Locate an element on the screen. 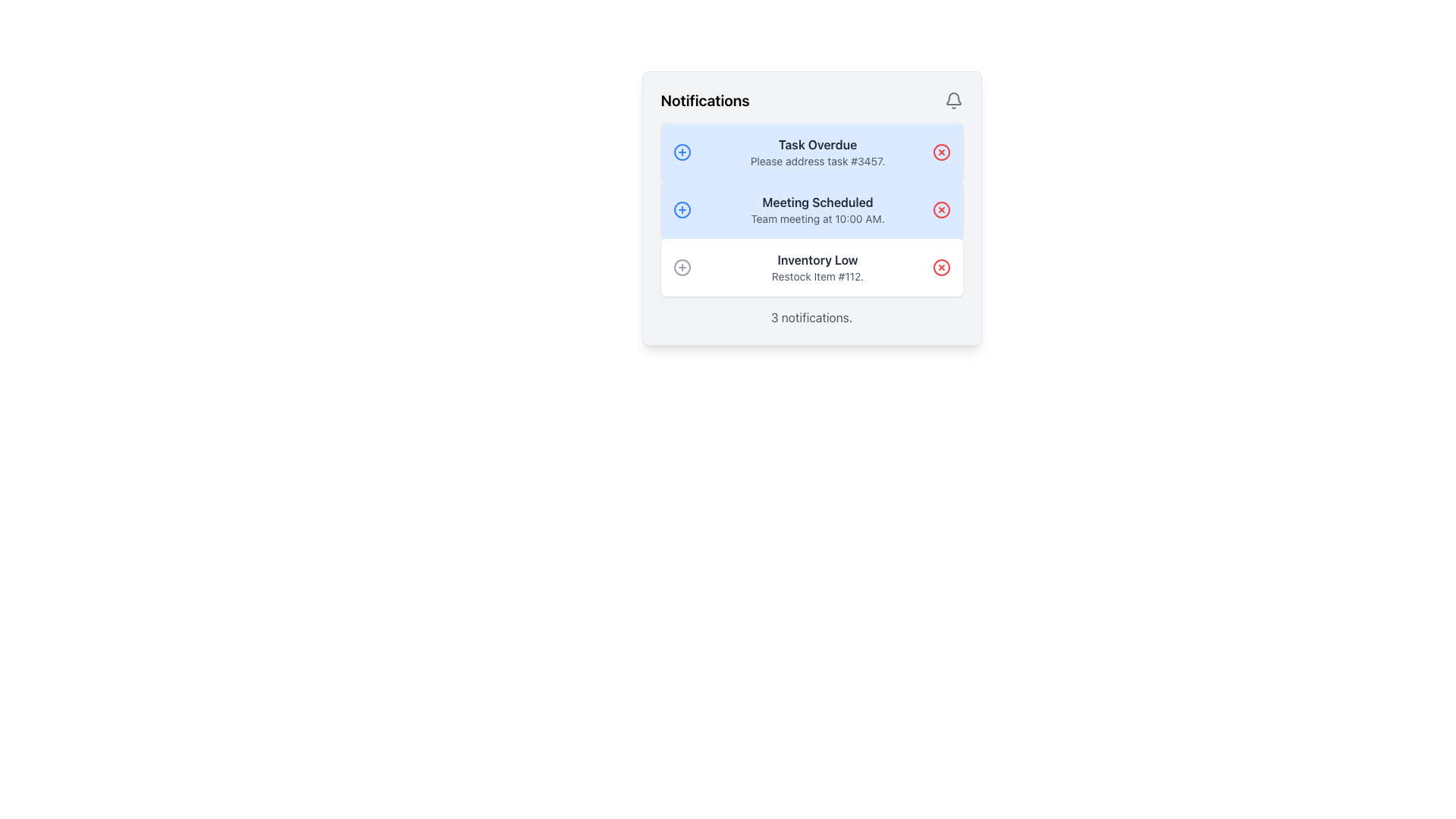 The height and width of the screenshot is (819, 1456). text displayed in the blue-highlighted box, which contains the bold message 'Task Overdue' and the supplementary description 'Please address task #3457.' This text is positioned centrally under the heading 'Notifications.' is located at coordinates (817, 152).